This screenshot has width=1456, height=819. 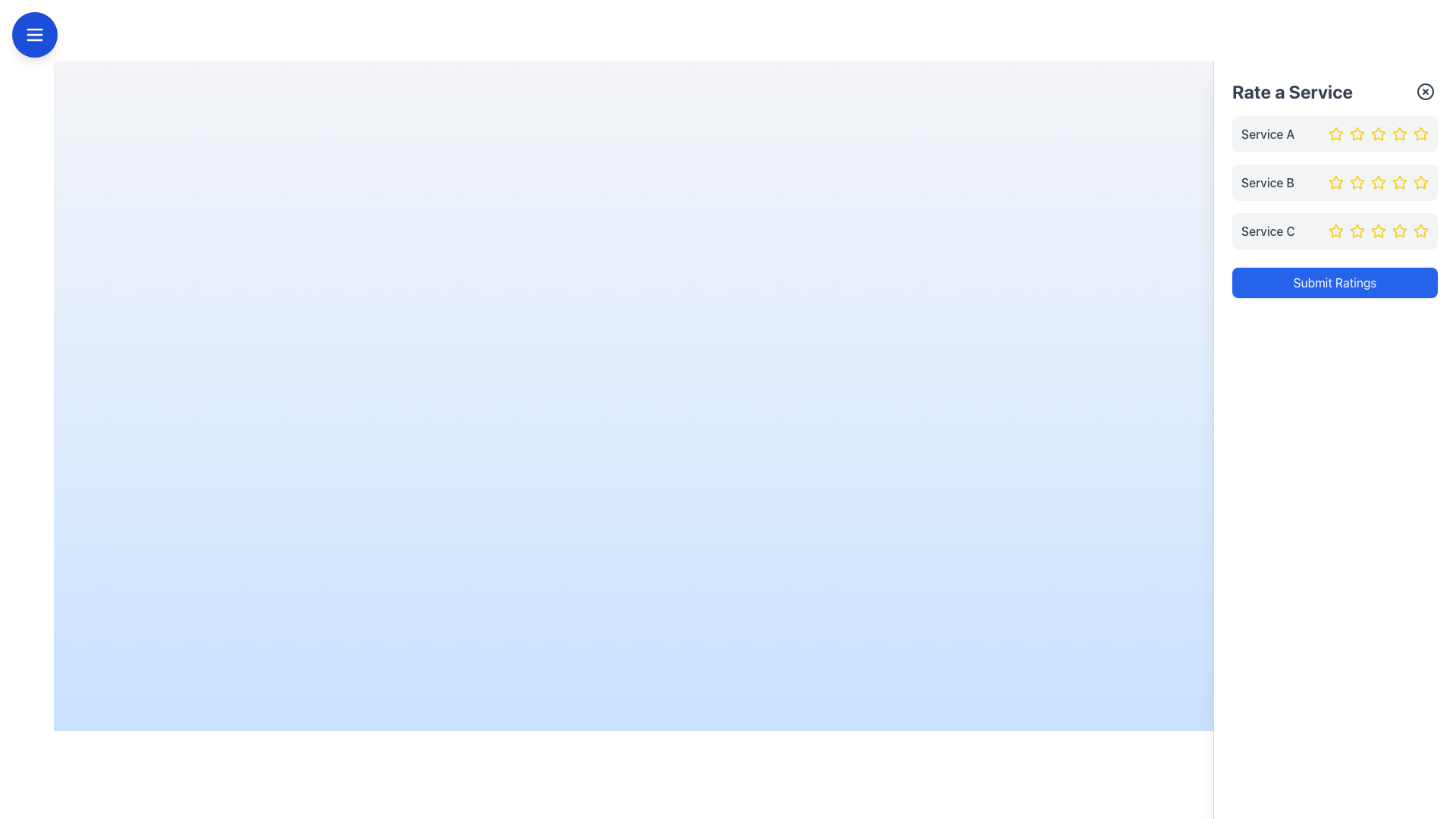 What do you see at coordinates (1379, 133) in the screenshot?
I see `the fourth star icon in the 'Rate a Service' section next to the 'Service A' label` at bounding box center [1379, 133].